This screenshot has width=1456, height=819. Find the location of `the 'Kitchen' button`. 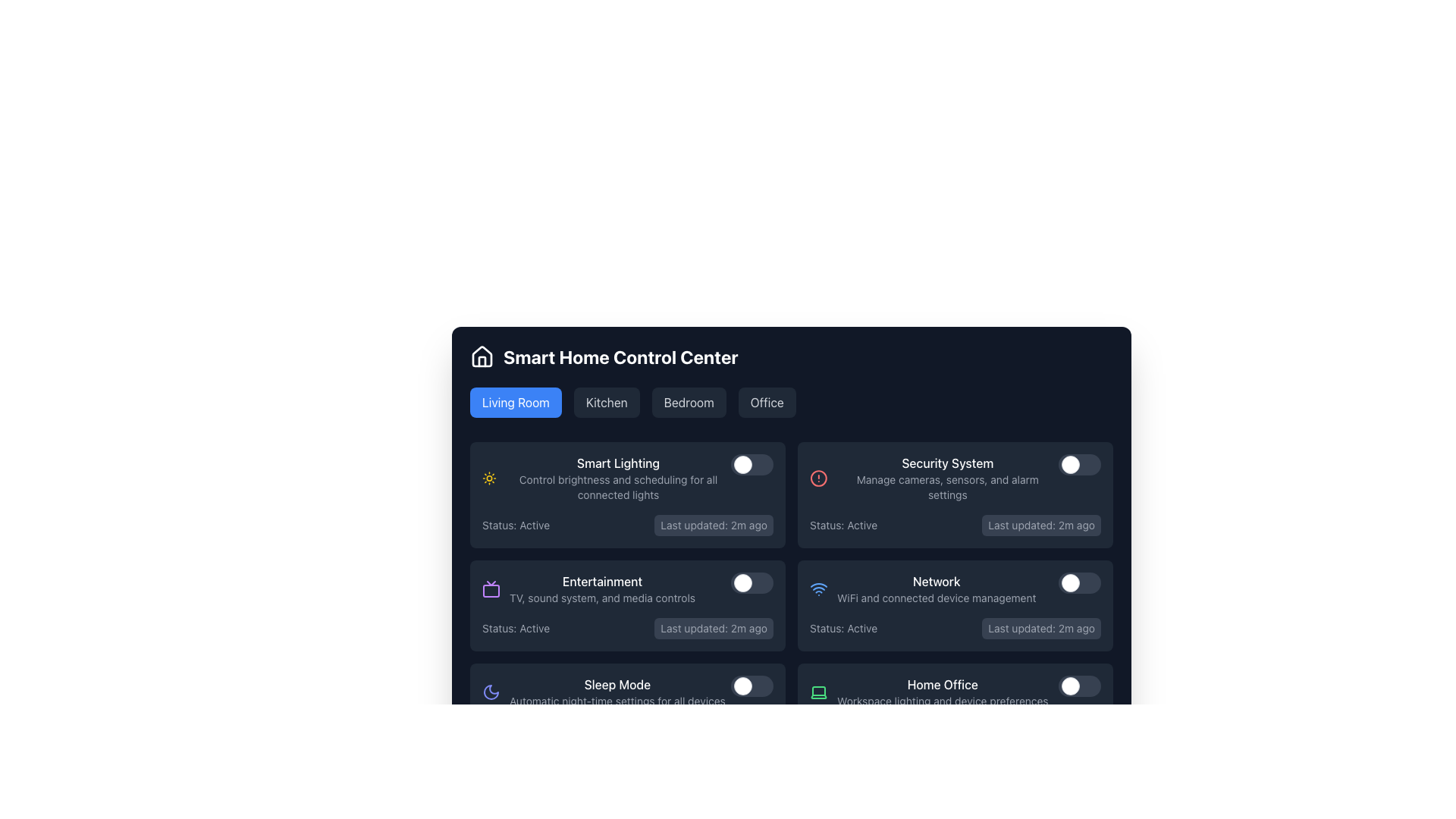

the 'Kitchen' button is located at coordinates (607, 402).